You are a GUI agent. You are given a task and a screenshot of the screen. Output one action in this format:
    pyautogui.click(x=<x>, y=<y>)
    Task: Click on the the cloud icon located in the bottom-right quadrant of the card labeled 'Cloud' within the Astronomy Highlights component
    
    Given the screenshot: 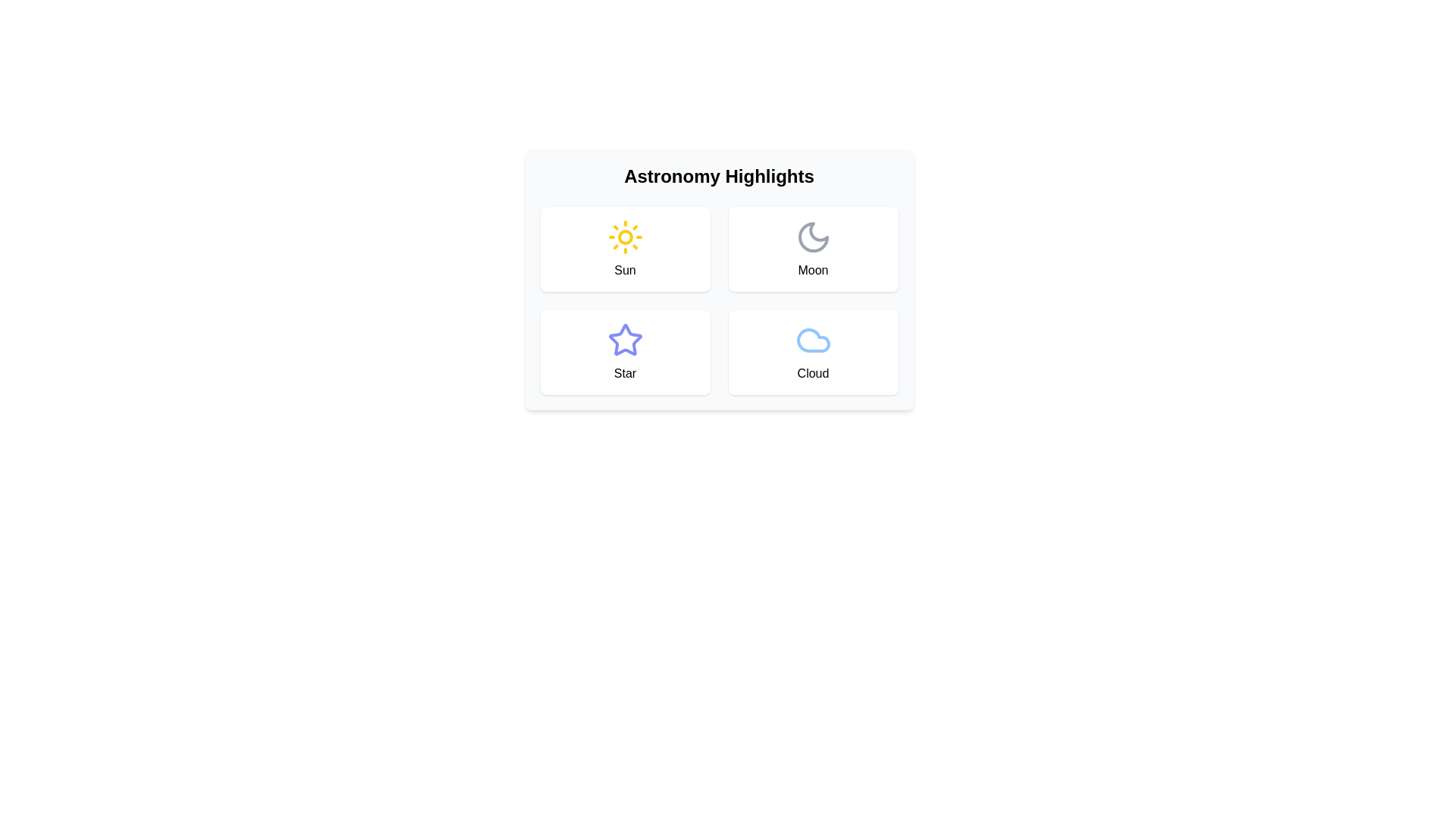 What is the action you would take?
    pyautogui.click(x=812, y=339)
    